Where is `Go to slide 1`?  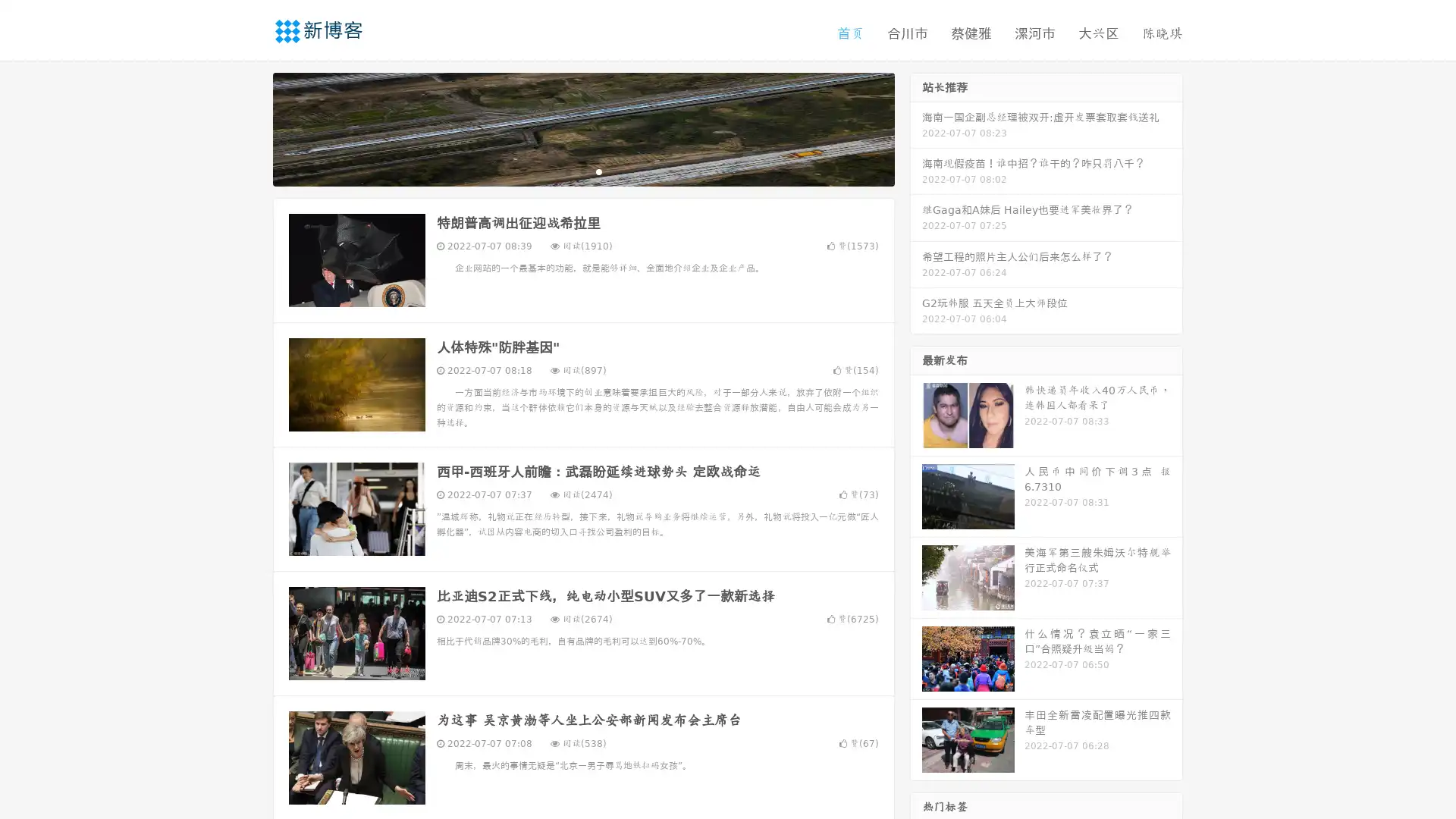 Go to slide 1 is located at coordinates (567, 171).